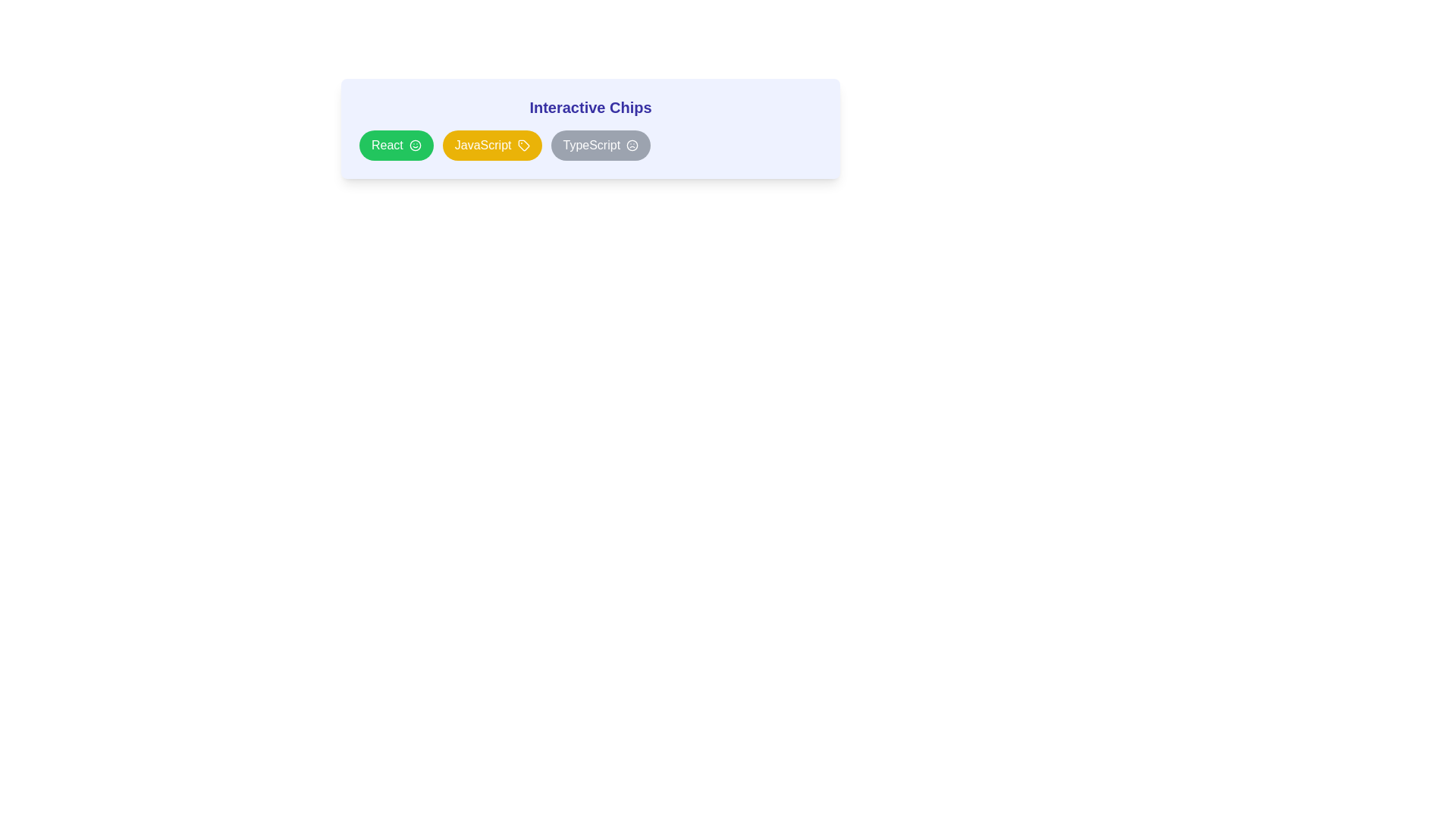 Image resolution: width=1456 pixels, height=819 pixels. I want to click on the JavaScript button located in the upper section of the layout, which is the second button in a horizontal row of three buttons labeled 'React', 'JavaScript', and 'TypeScript', so click(492, 146).